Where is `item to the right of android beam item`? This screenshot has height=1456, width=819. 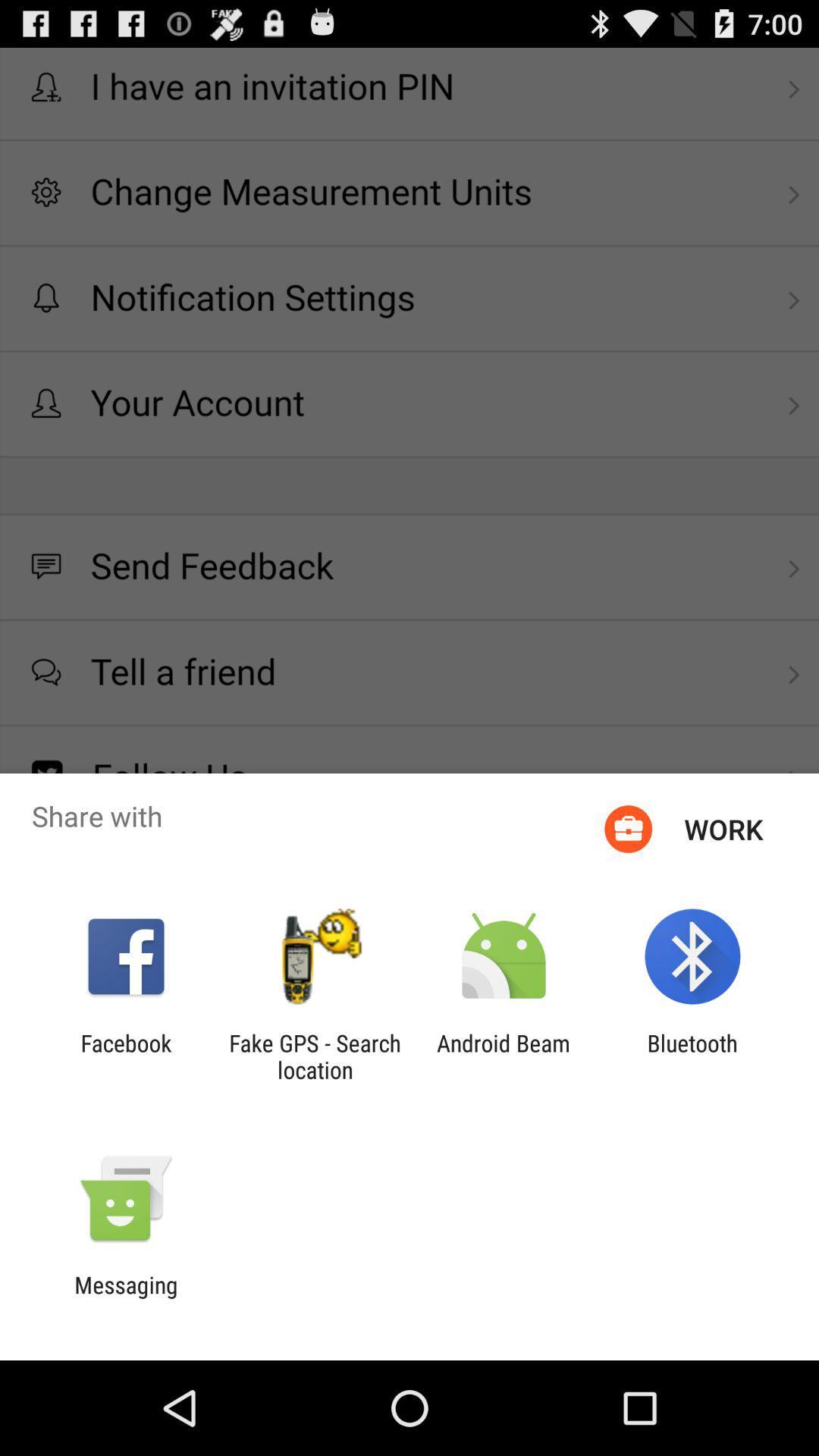
item to the right of android beam item is located at coordinates (692, 1056).